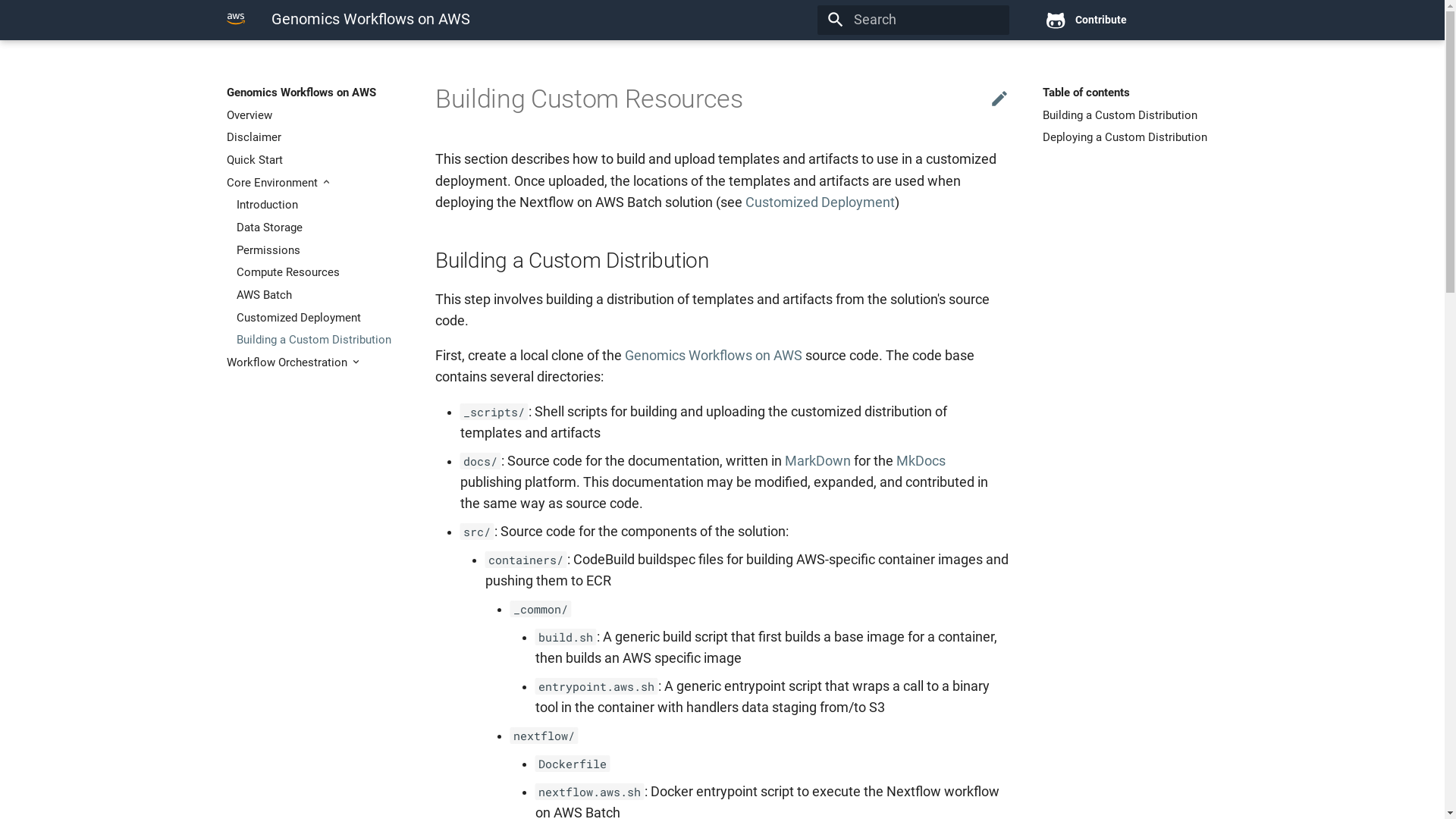 The width and height of the screenshot is (1456, 819). I want to click on 'Genomics Workflows on AWS', so click(235, 18).